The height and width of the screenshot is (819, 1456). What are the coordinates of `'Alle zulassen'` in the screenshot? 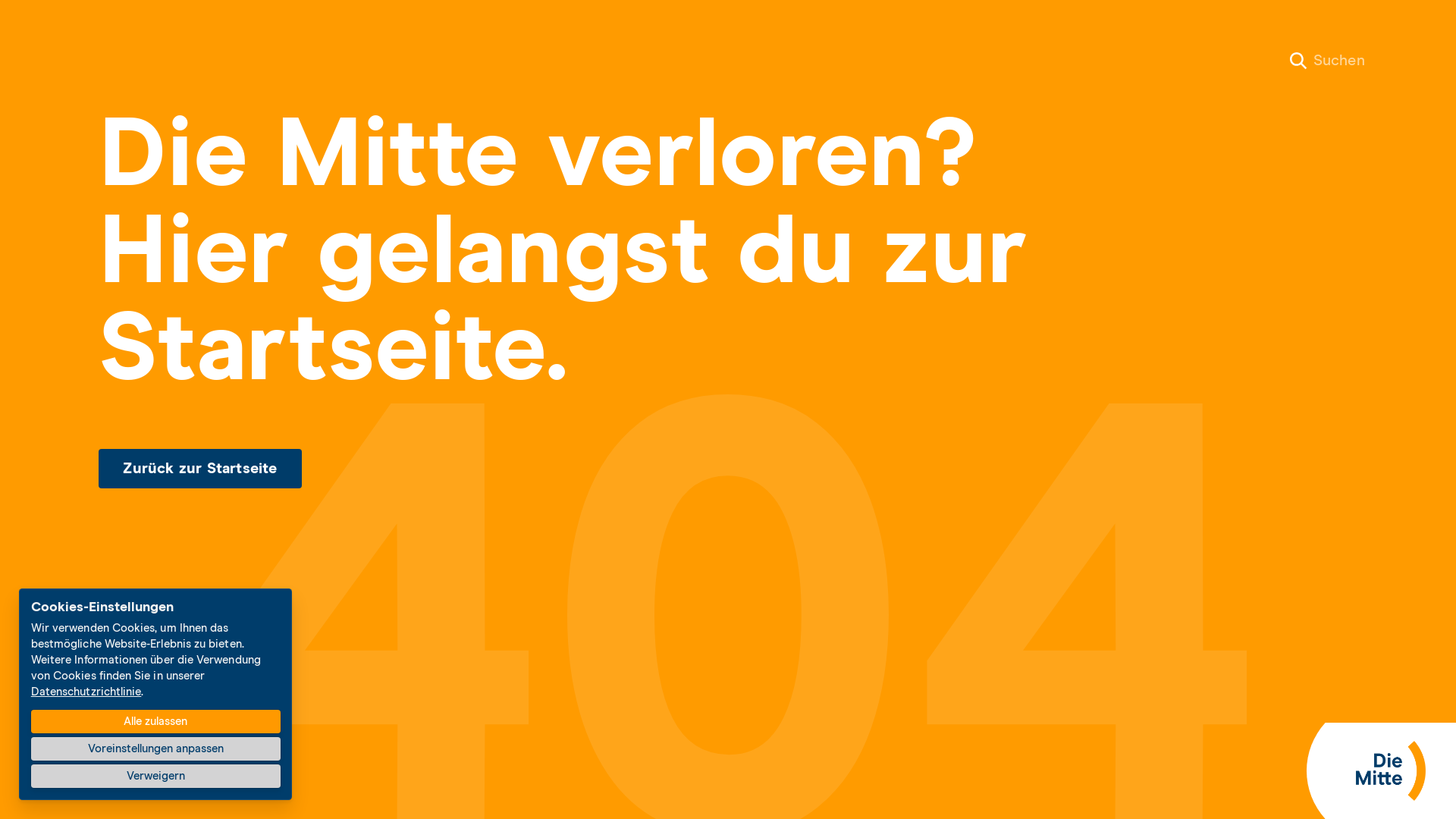 It's located at (155, 720).